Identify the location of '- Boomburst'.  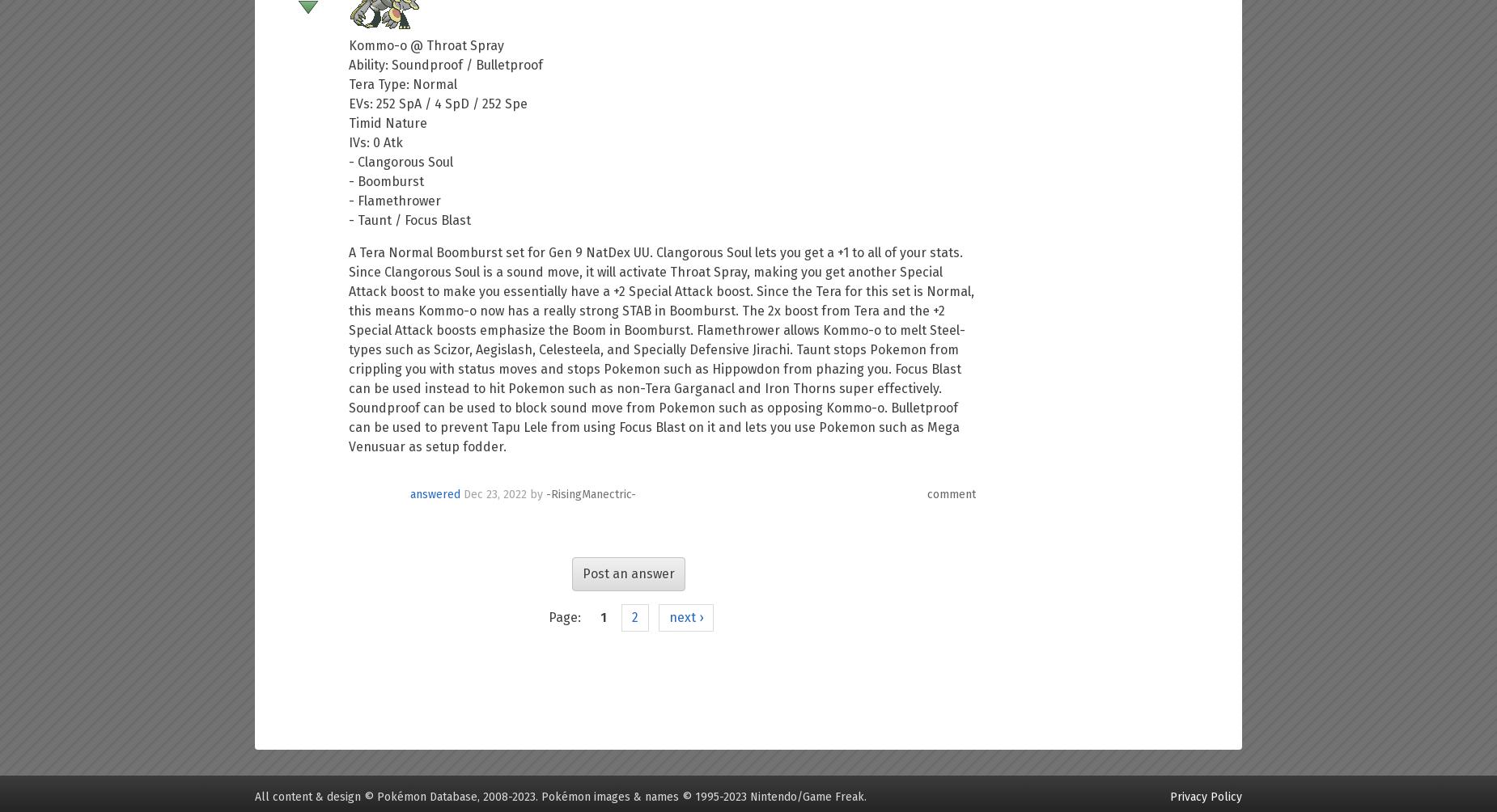
(386, 180).